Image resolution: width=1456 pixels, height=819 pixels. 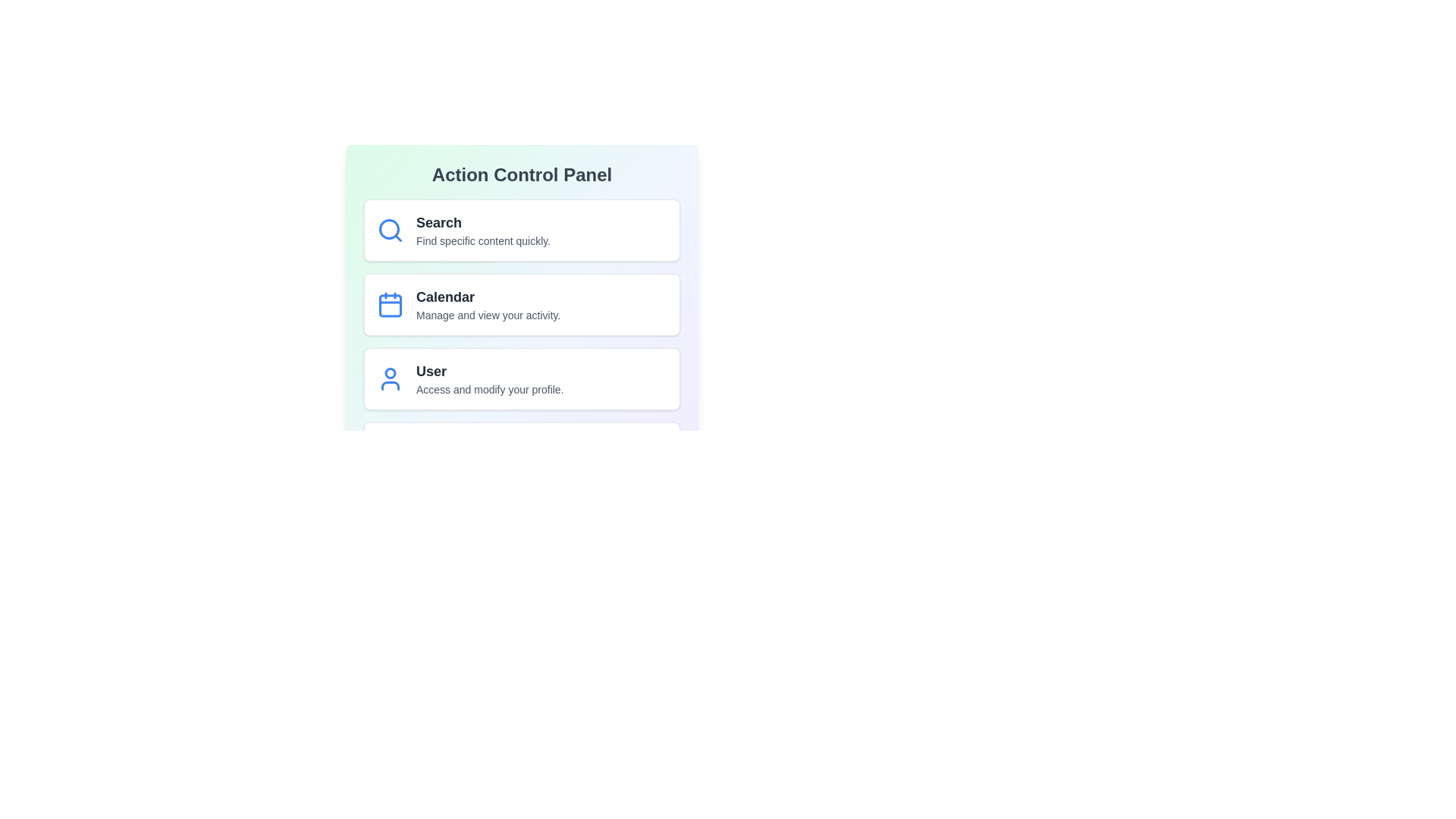 I want to click on the structural element within the calendar icon located in the second row of options under the 'Action Control Panel', so click(x=390, y=306).